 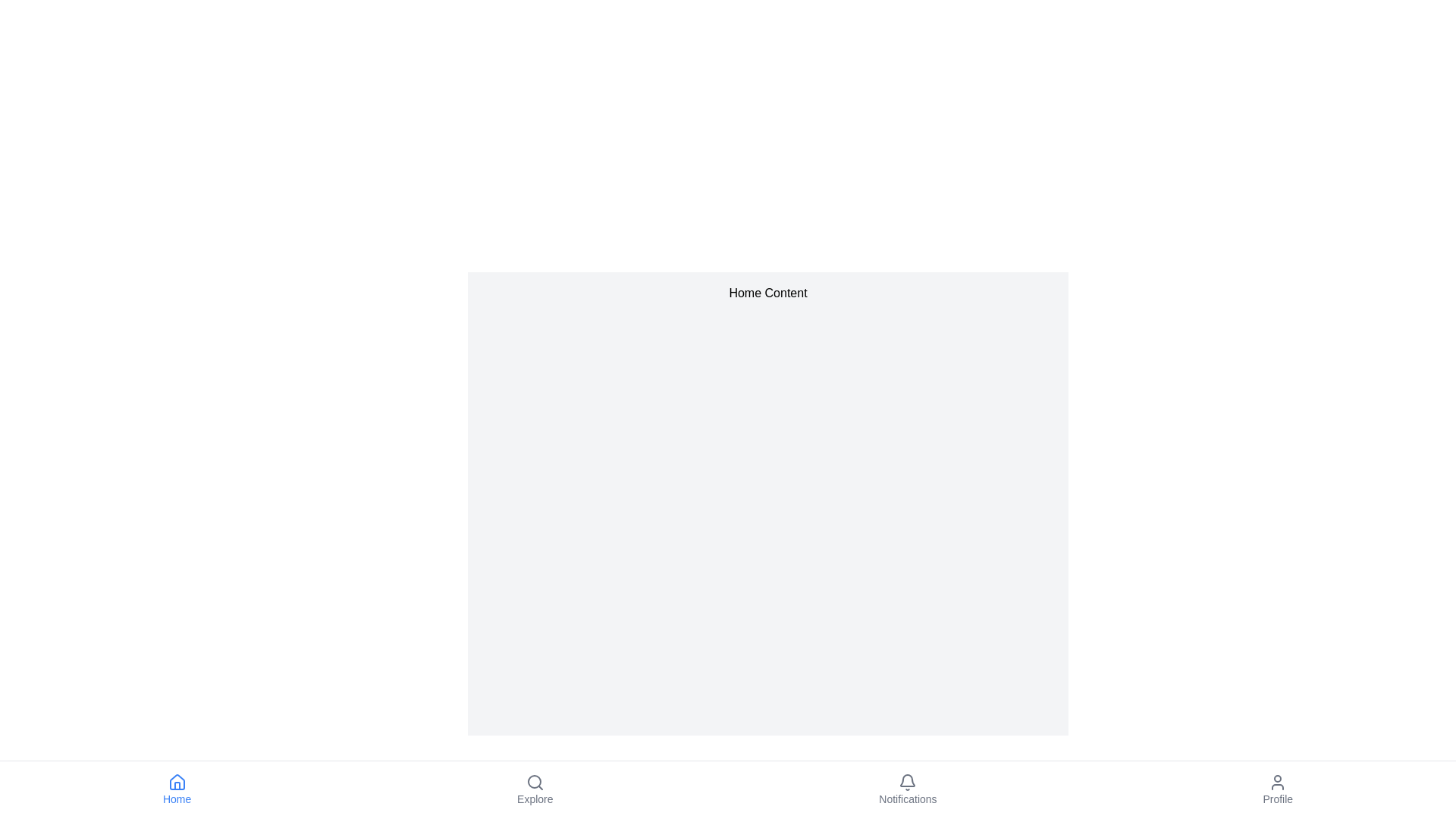 I want to click on the central circular graphical element of the magnifying glass icon located in the 'Explore' section by clicking on it, so click(x=534, y=781).